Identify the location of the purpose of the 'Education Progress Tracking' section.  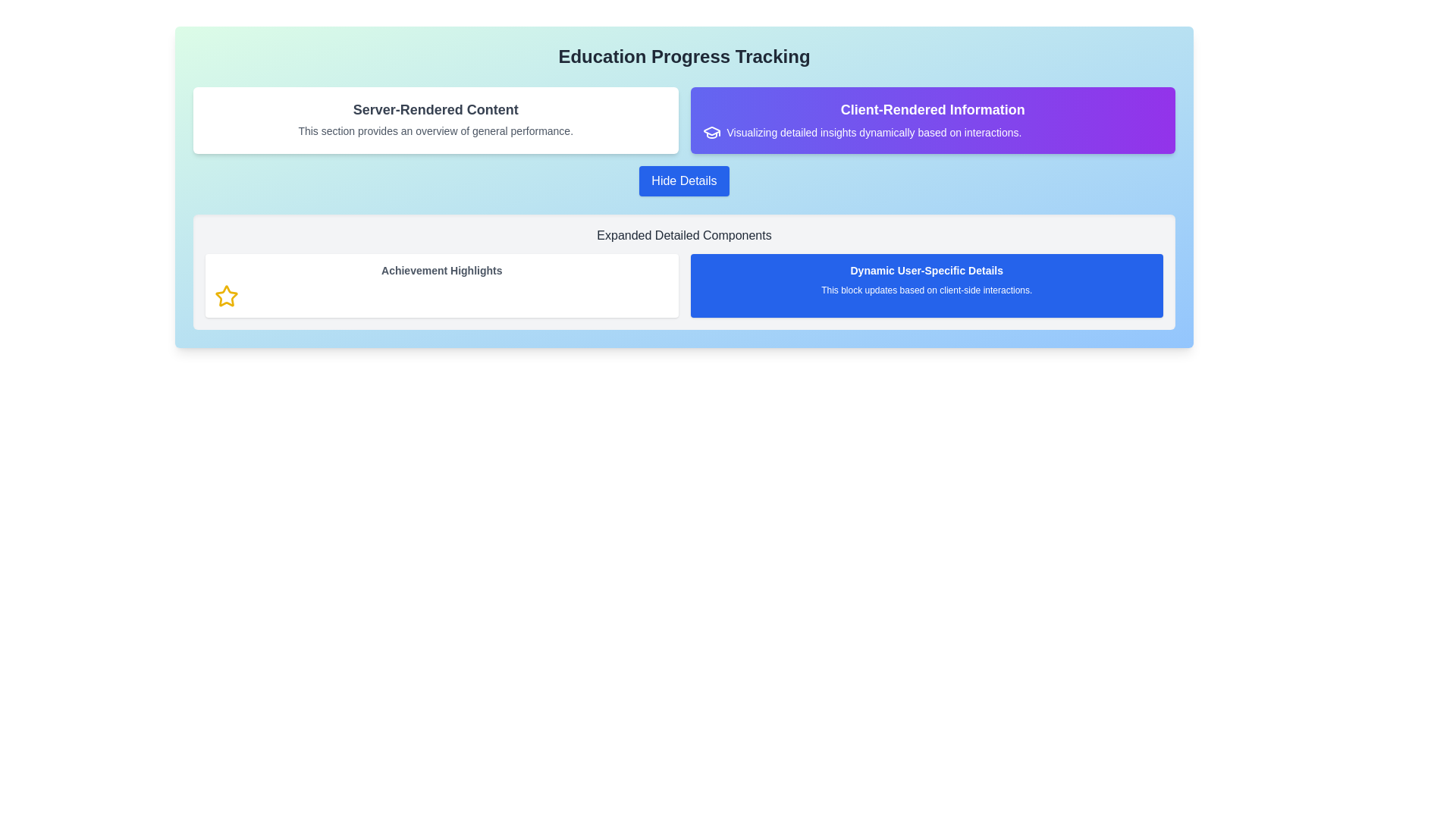
(683, 55).